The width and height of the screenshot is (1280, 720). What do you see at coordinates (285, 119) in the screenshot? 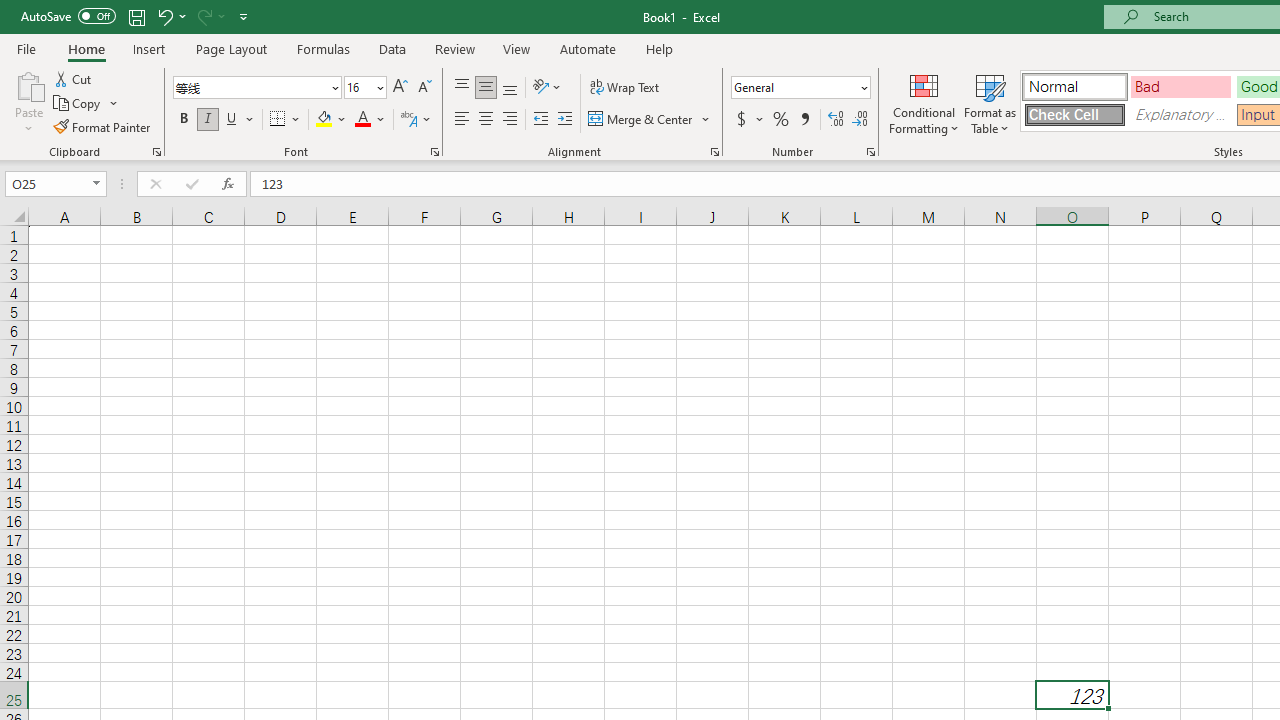
I see `'Borders'` at bounding box center [285, 119].